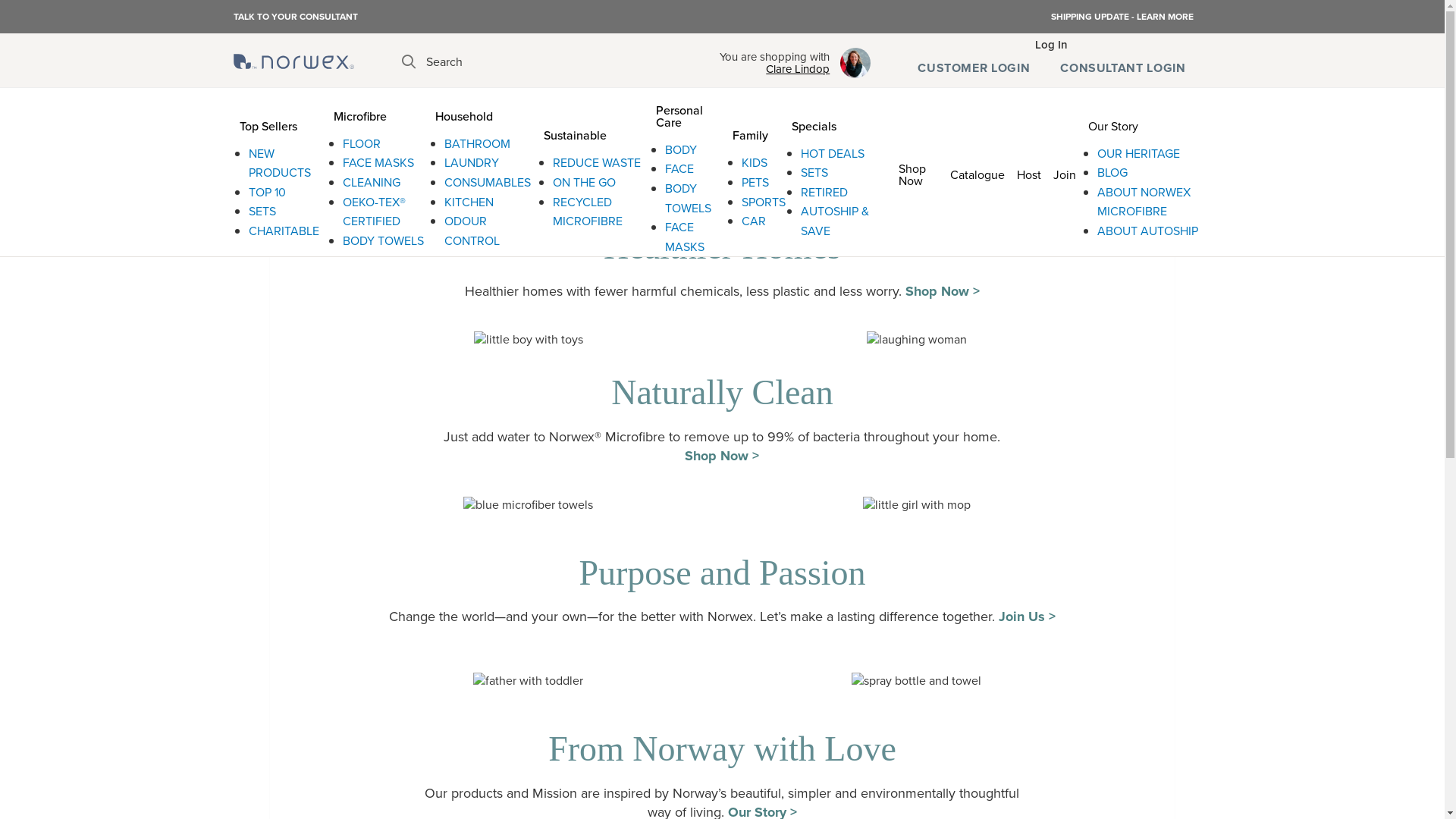 The height and width of the screenshot is (819, 1456). I want to click on 'BODY TOWELS', so click(341, 240).